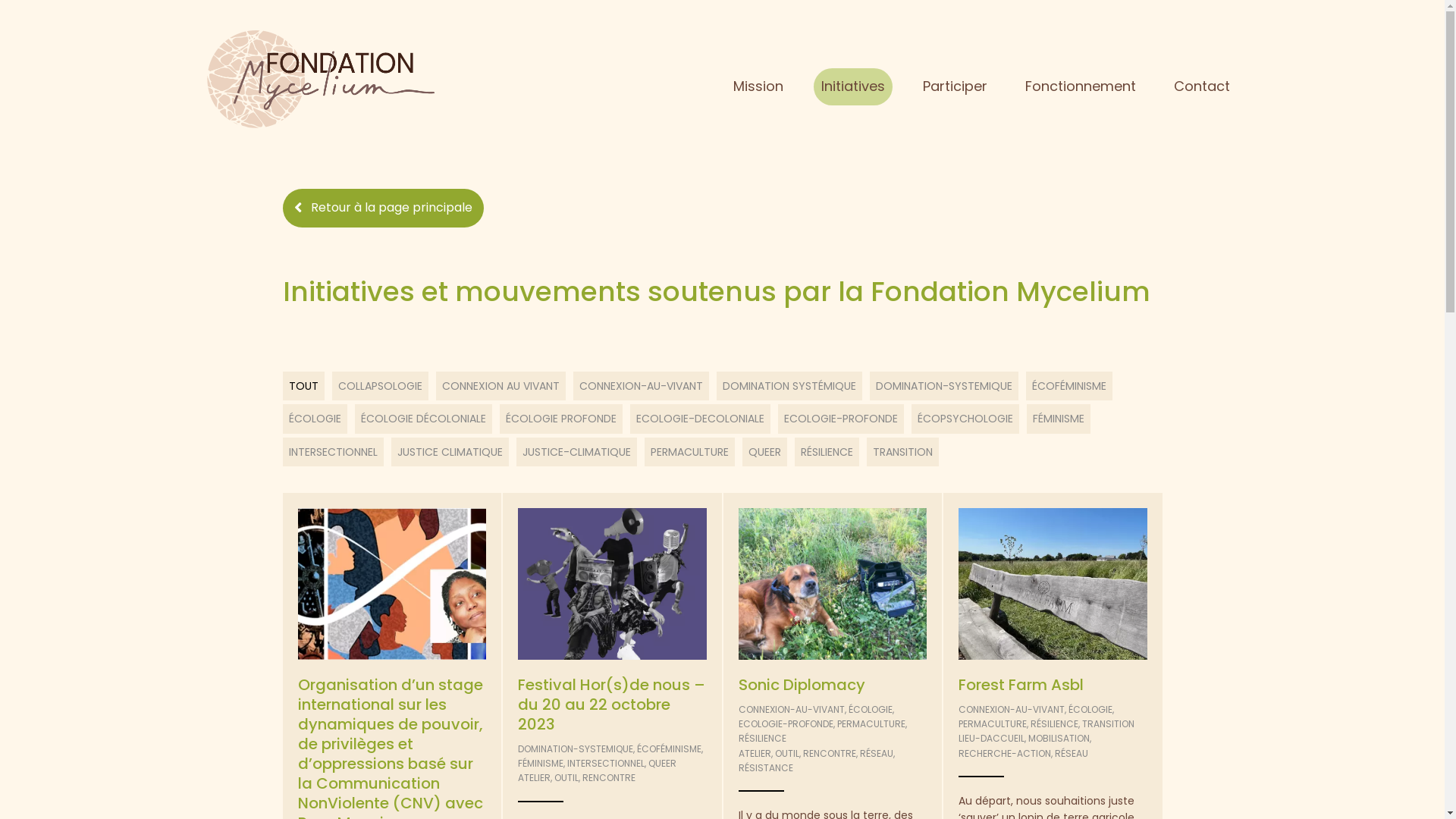 Image resolution: width=1456 pixels, height=819 pixels. Describe the element at coordinates (319, 79) in the screenshot. I see `'Mycelium-Logo_72dpi'` at that location.